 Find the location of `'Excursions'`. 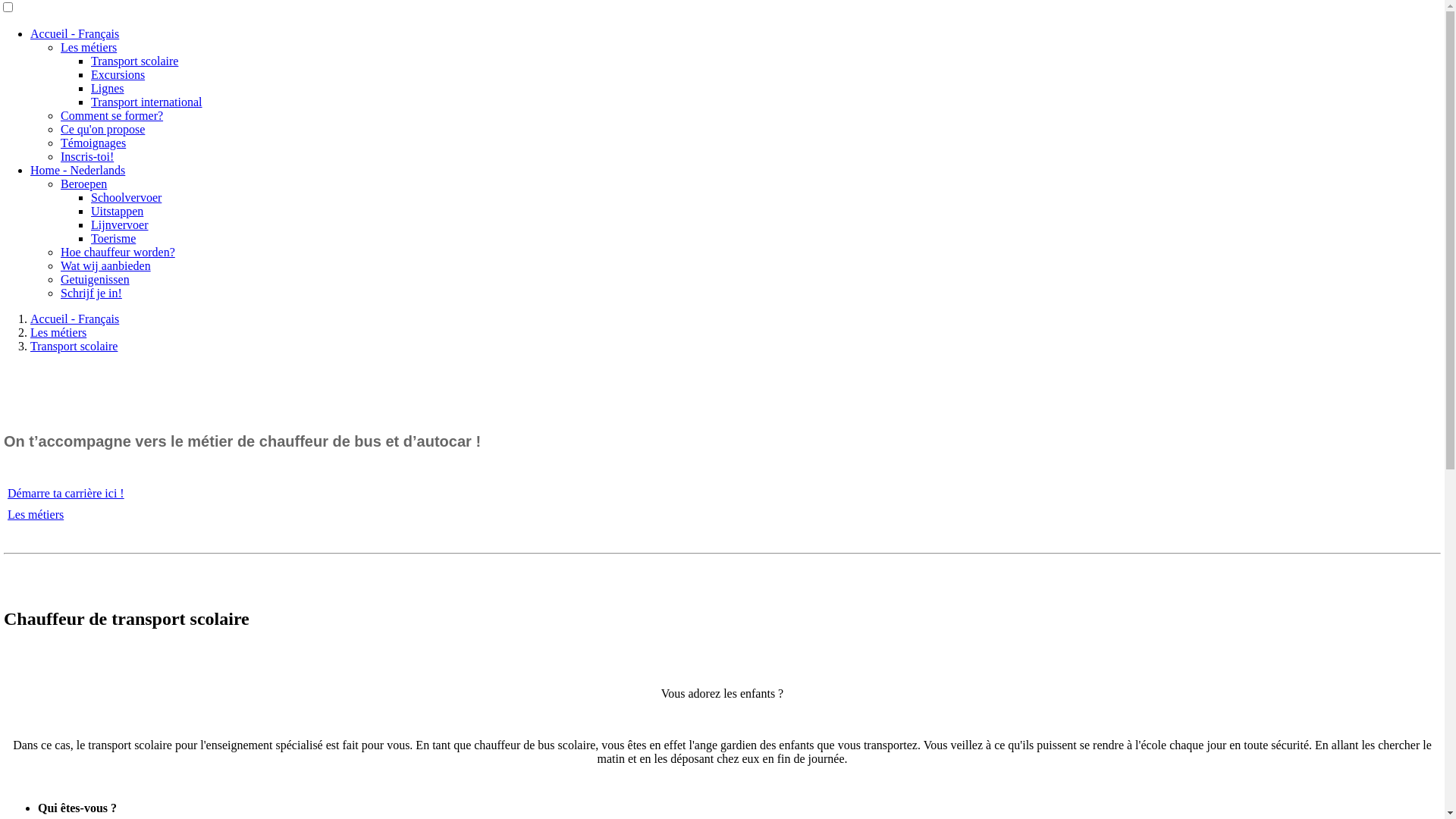

'Excursions' is located at coordinates (90, 74).